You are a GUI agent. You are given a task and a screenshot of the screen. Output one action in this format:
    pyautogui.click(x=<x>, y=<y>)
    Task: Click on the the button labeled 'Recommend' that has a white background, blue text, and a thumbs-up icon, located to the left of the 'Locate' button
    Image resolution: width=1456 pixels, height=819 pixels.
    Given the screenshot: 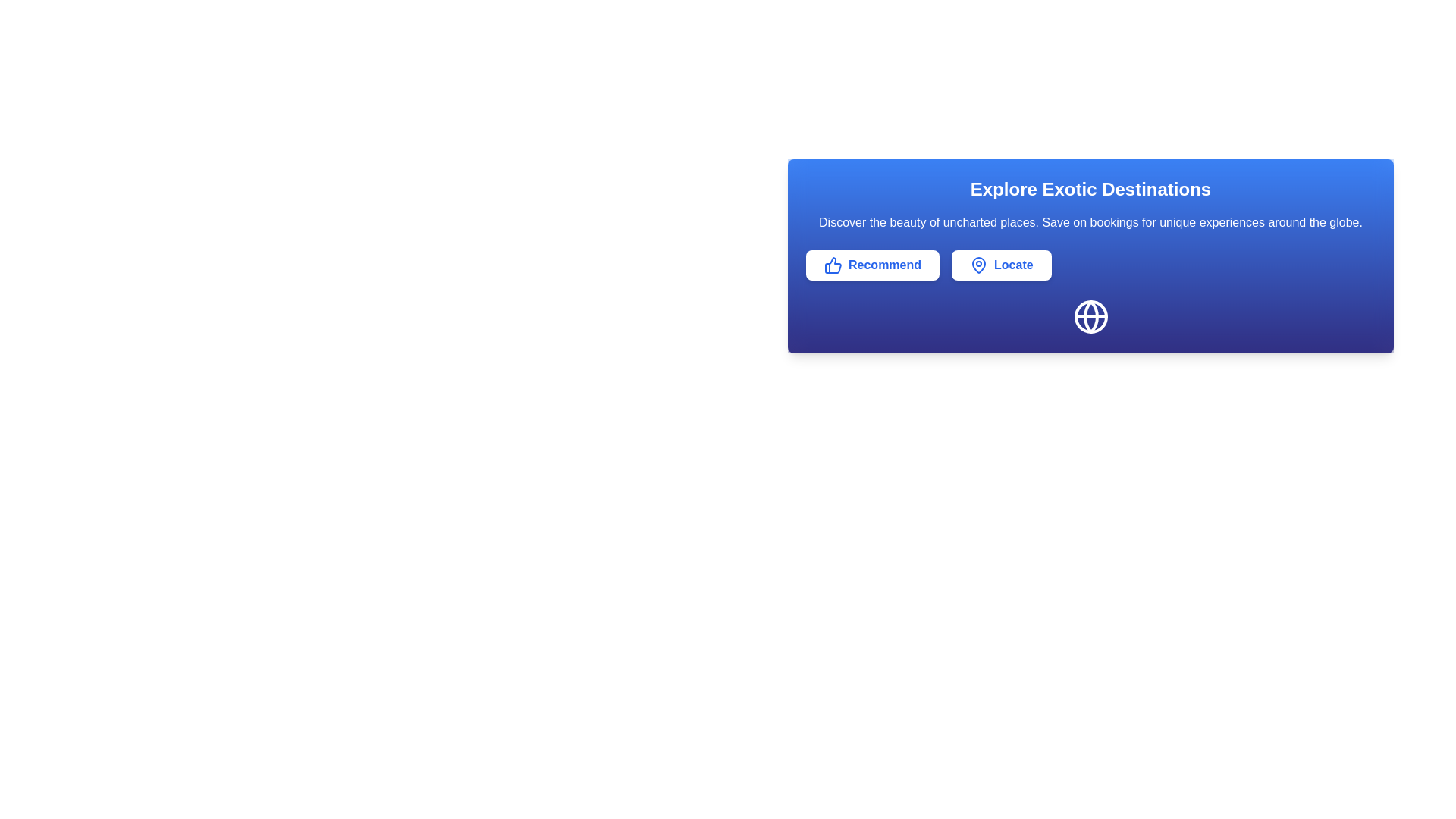 What is the action you would take?
    pyautogui.click(x=873, y=265)
    